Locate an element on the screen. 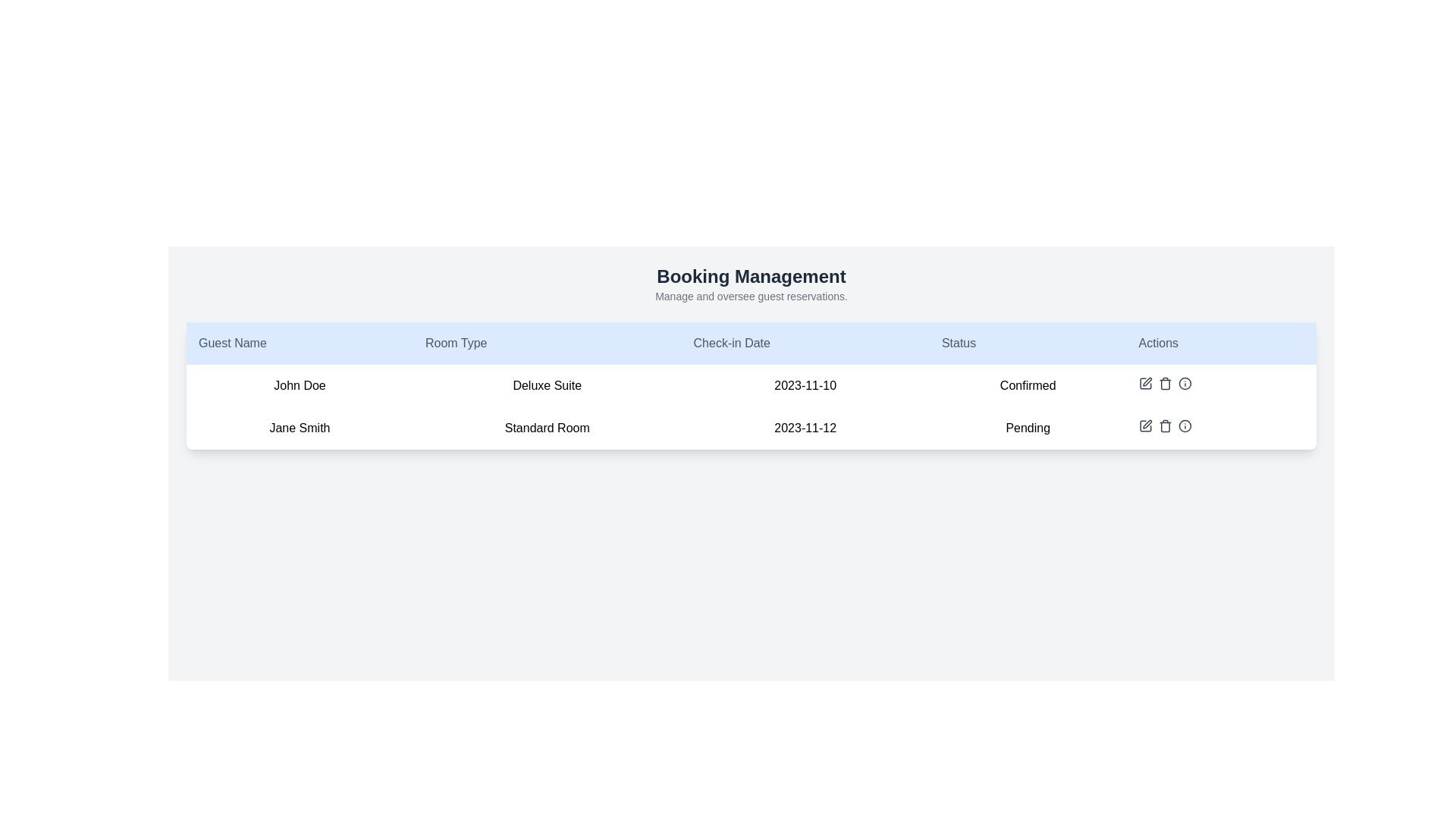 Image resolution: width=1456 pixels, height=819 pixels. the static text display that shows the check-in date for the booking entry of 'John Doe' in the 'Deluxe Suite', located between the 'Room Type' and 'Status' columns in the first row of the table is located at coordinates (805, 385).